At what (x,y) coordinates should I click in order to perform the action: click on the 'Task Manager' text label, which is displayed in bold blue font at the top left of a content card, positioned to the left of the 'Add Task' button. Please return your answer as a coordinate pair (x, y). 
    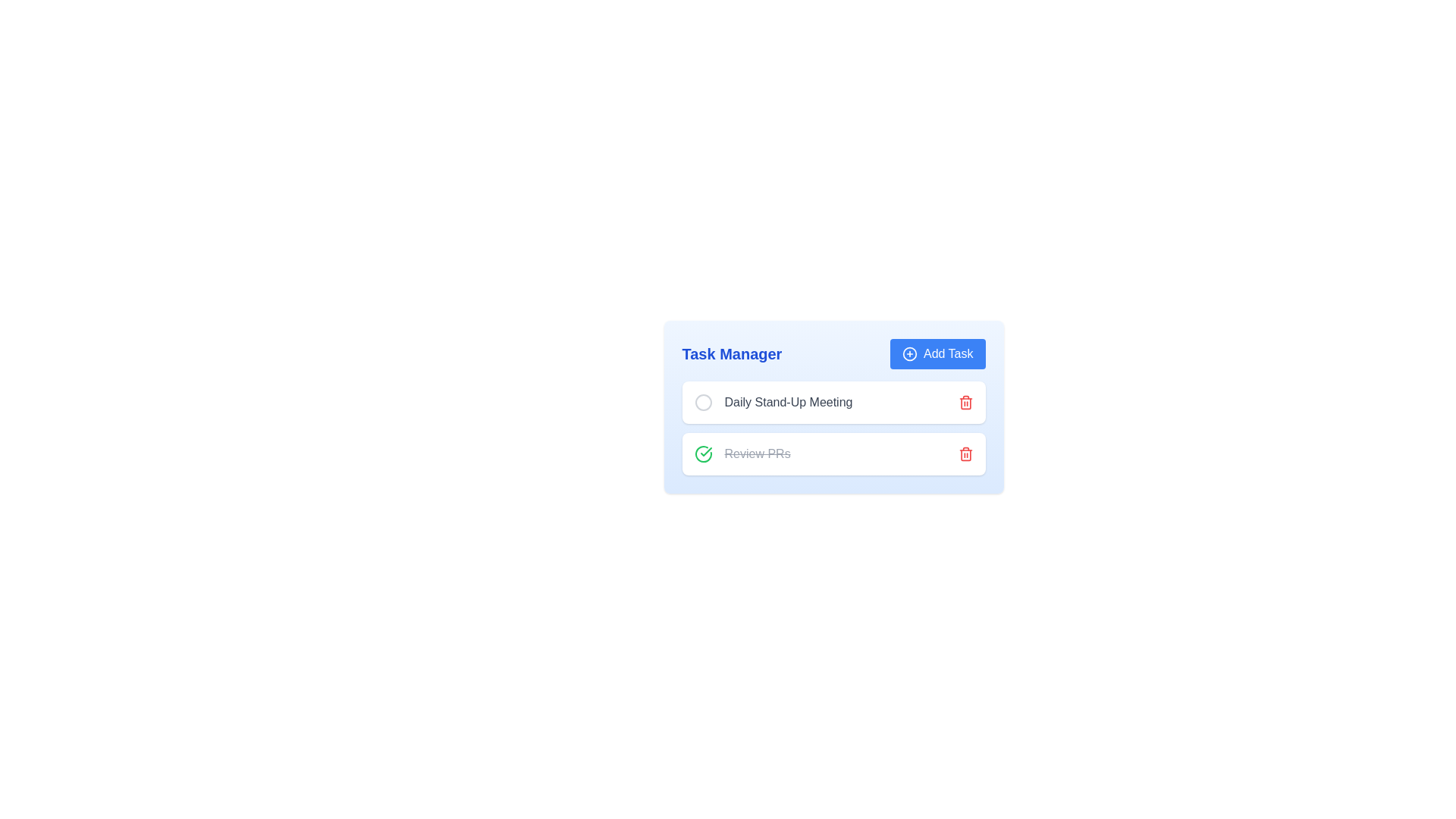
    Looking at the image, I should click on (732, 353).